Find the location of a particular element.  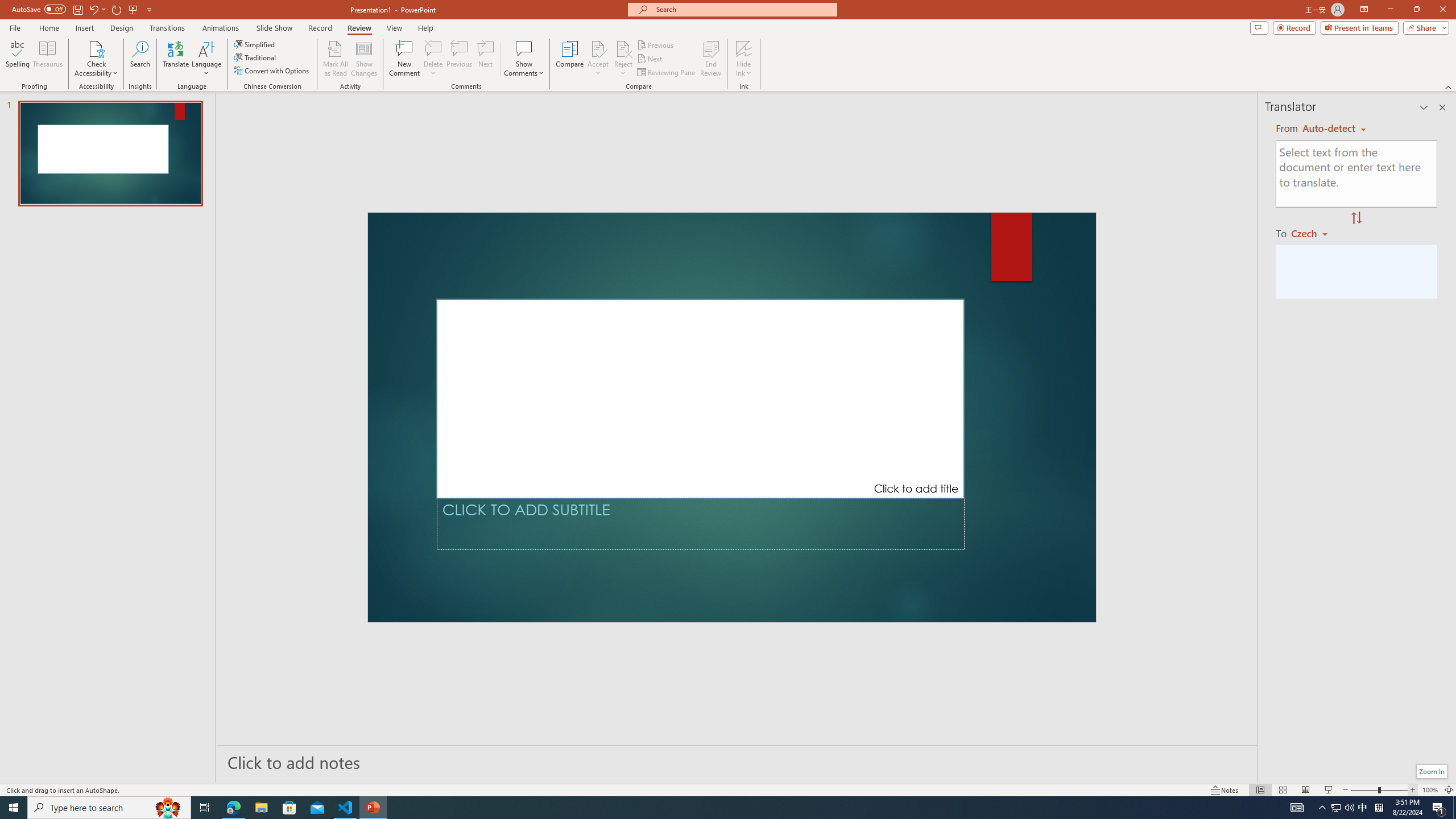

'Traditional' is located at coordinates (255, 56).